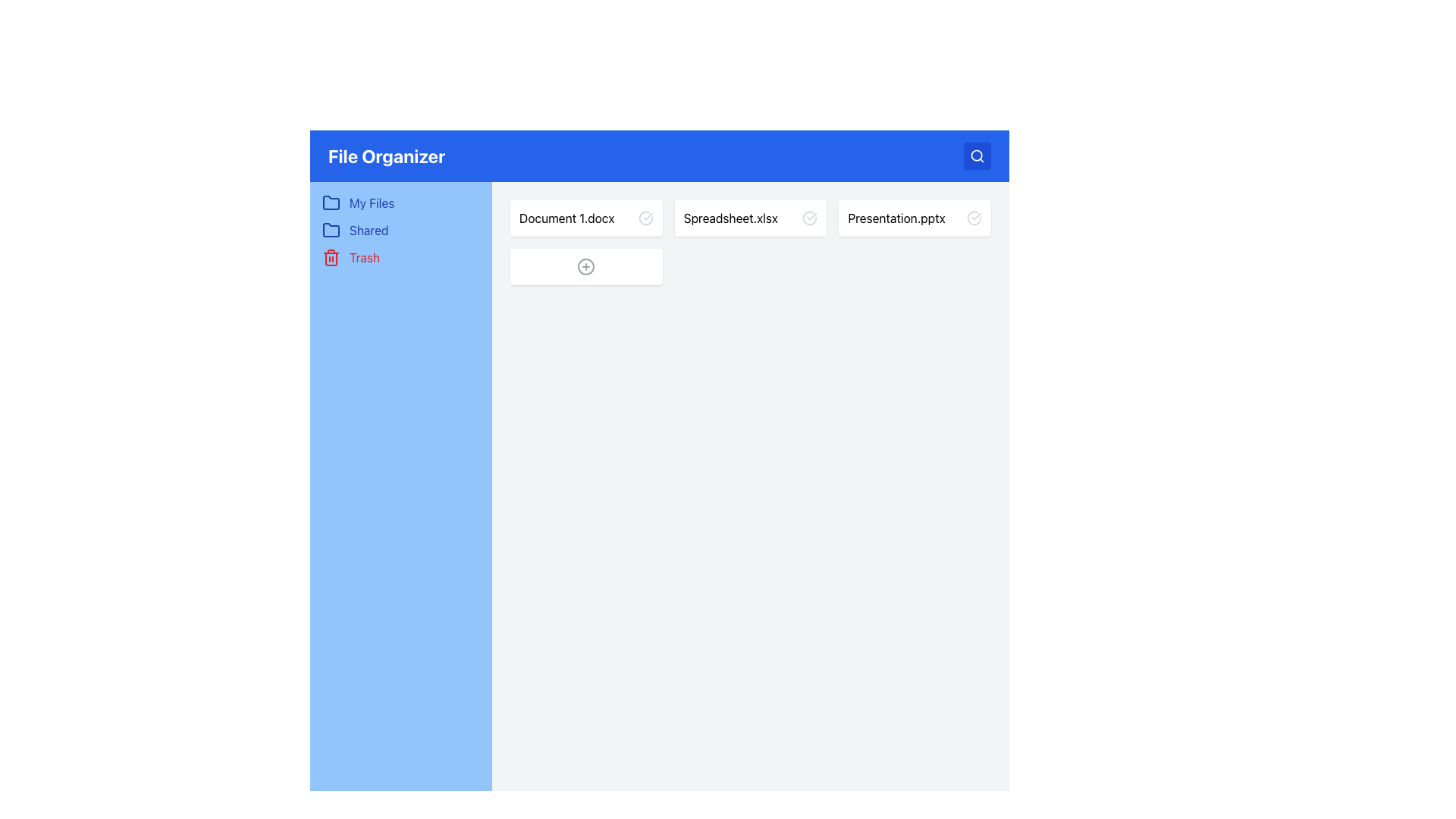 The height and width of the screenshot is (819, 1456). Describe the element at coordinates (387, 155) in the screenshot. I see `the 'File Organizer' text label located in the top navigation bar, styled with a bold and large white font on a blue background` at that location.